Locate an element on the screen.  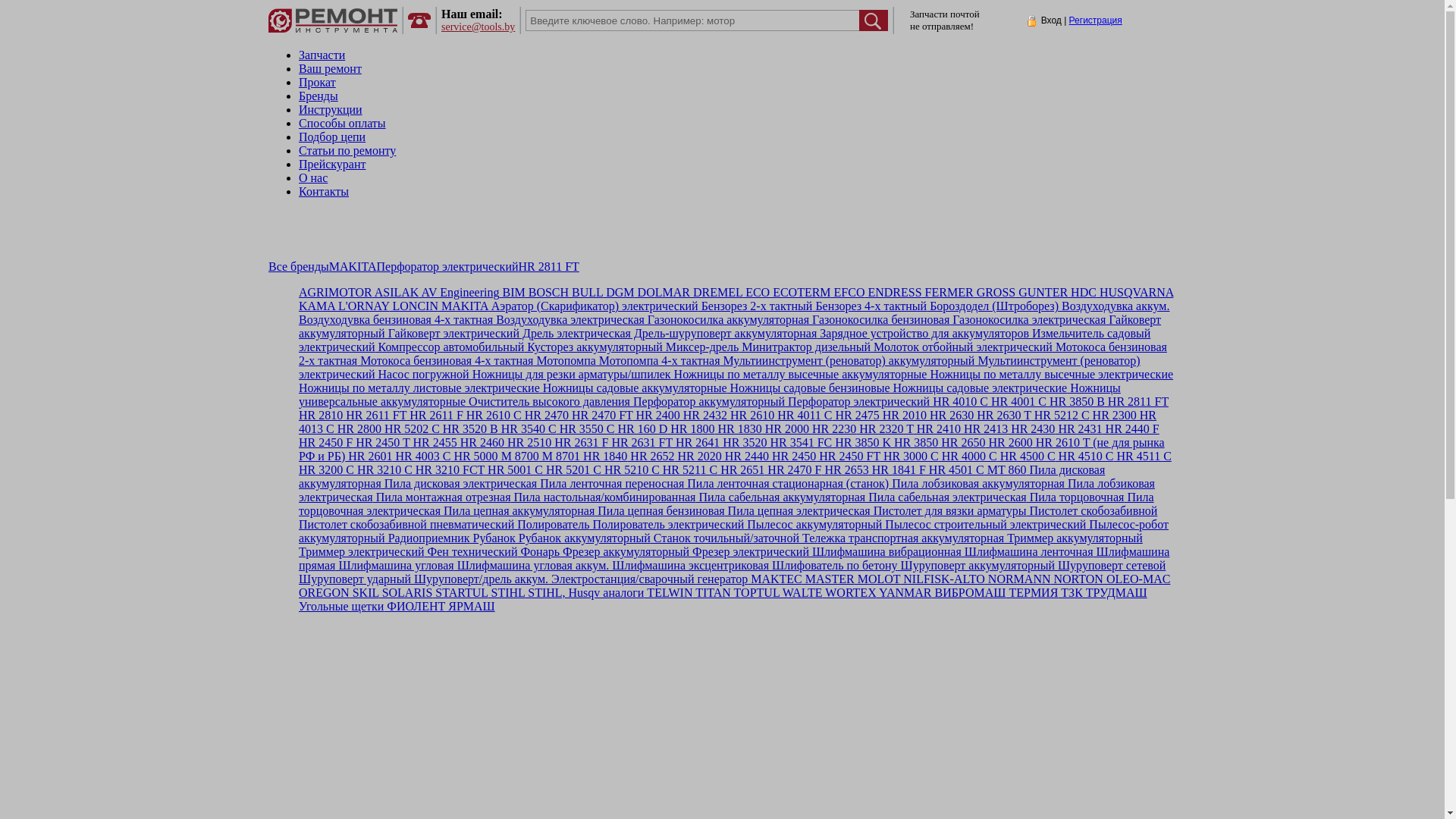
'HR 4013 C' is located at coordinates (298, 422).